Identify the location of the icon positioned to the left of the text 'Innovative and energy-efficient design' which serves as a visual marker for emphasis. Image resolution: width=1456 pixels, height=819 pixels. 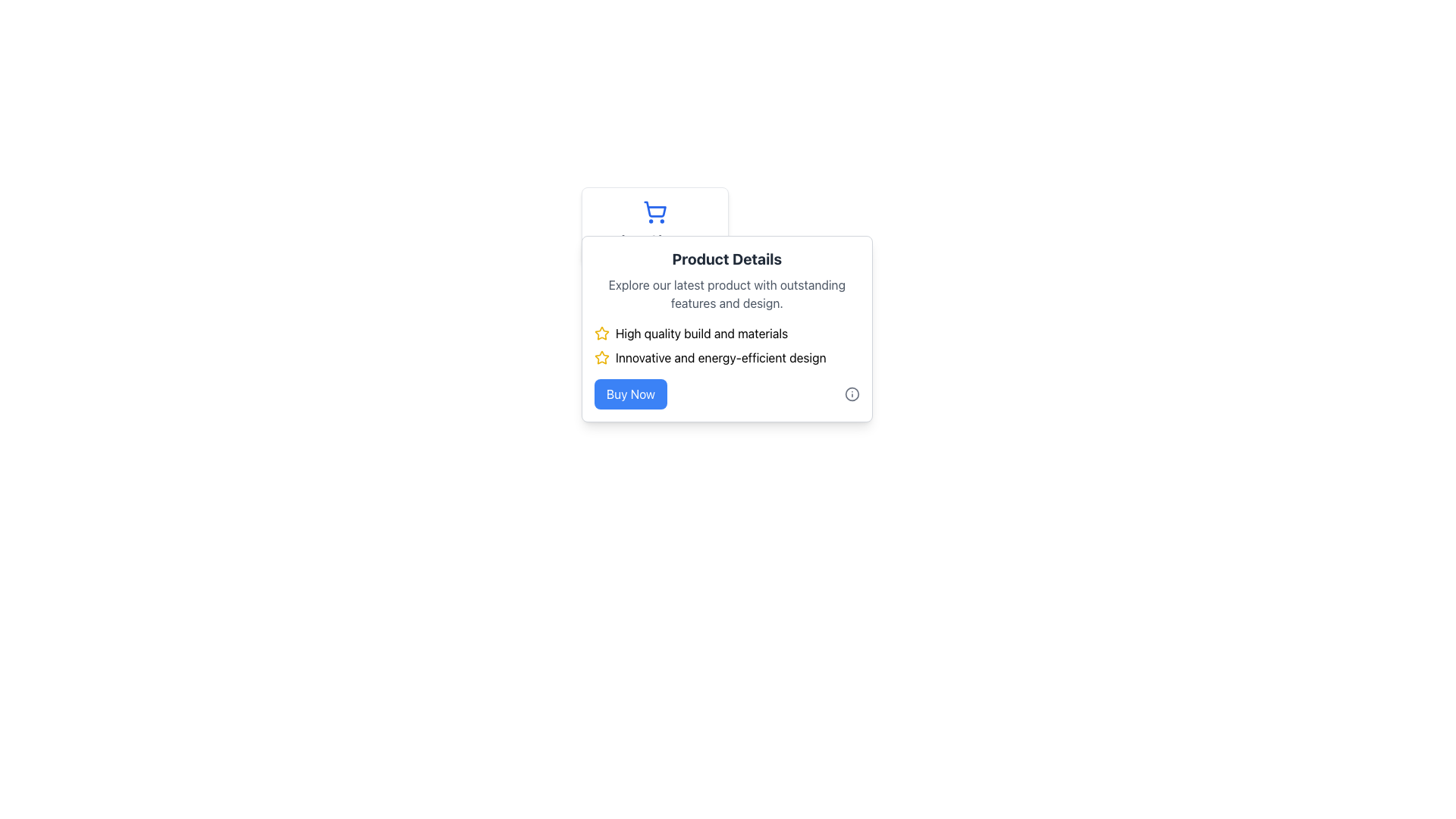
(601, 357).